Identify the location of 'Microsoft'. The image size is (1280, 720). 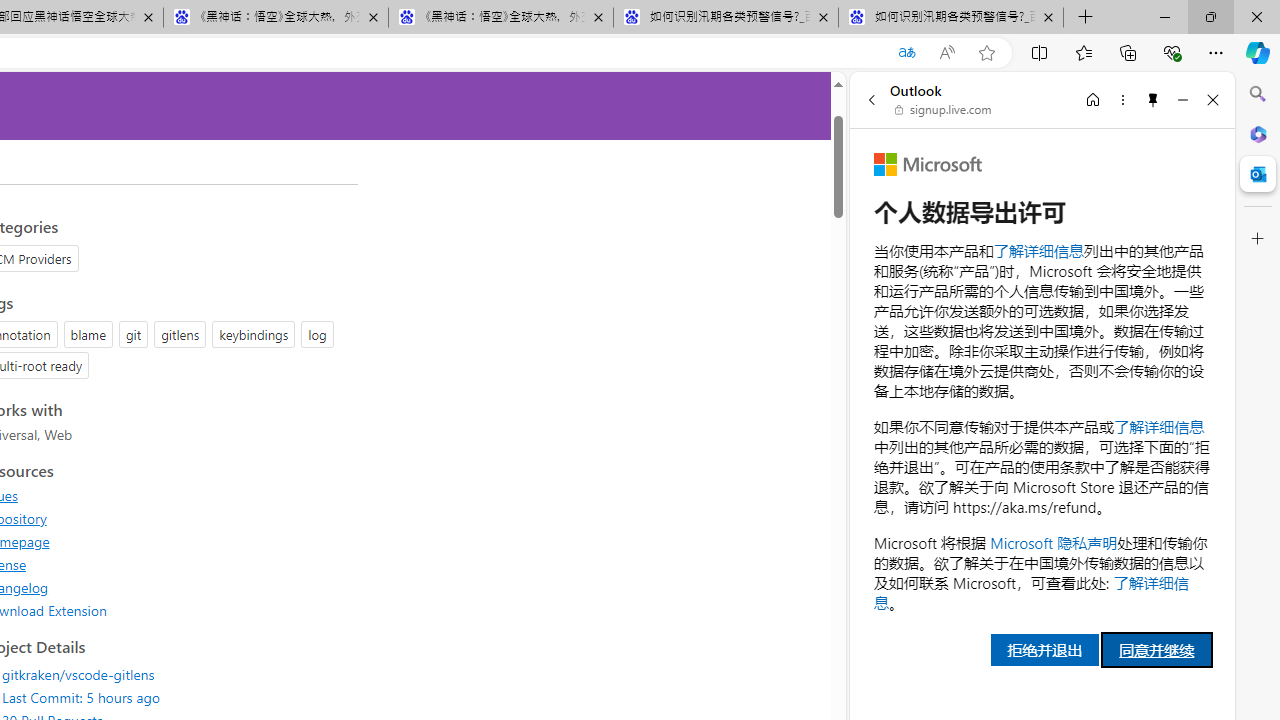
(927, 163).